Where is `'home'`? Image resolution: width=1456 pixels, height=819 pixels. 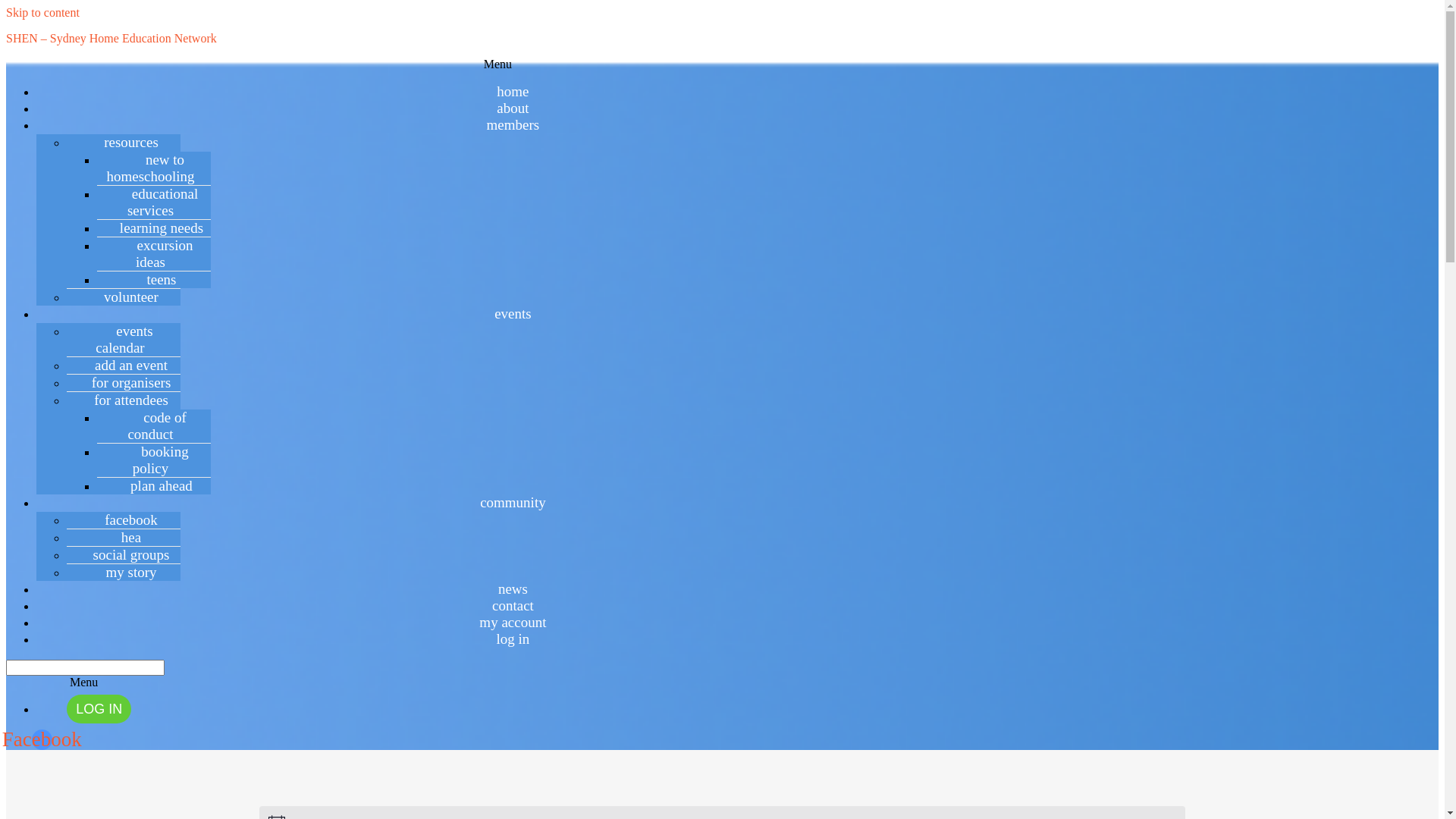 'home' is located at coordinates (513, 91).